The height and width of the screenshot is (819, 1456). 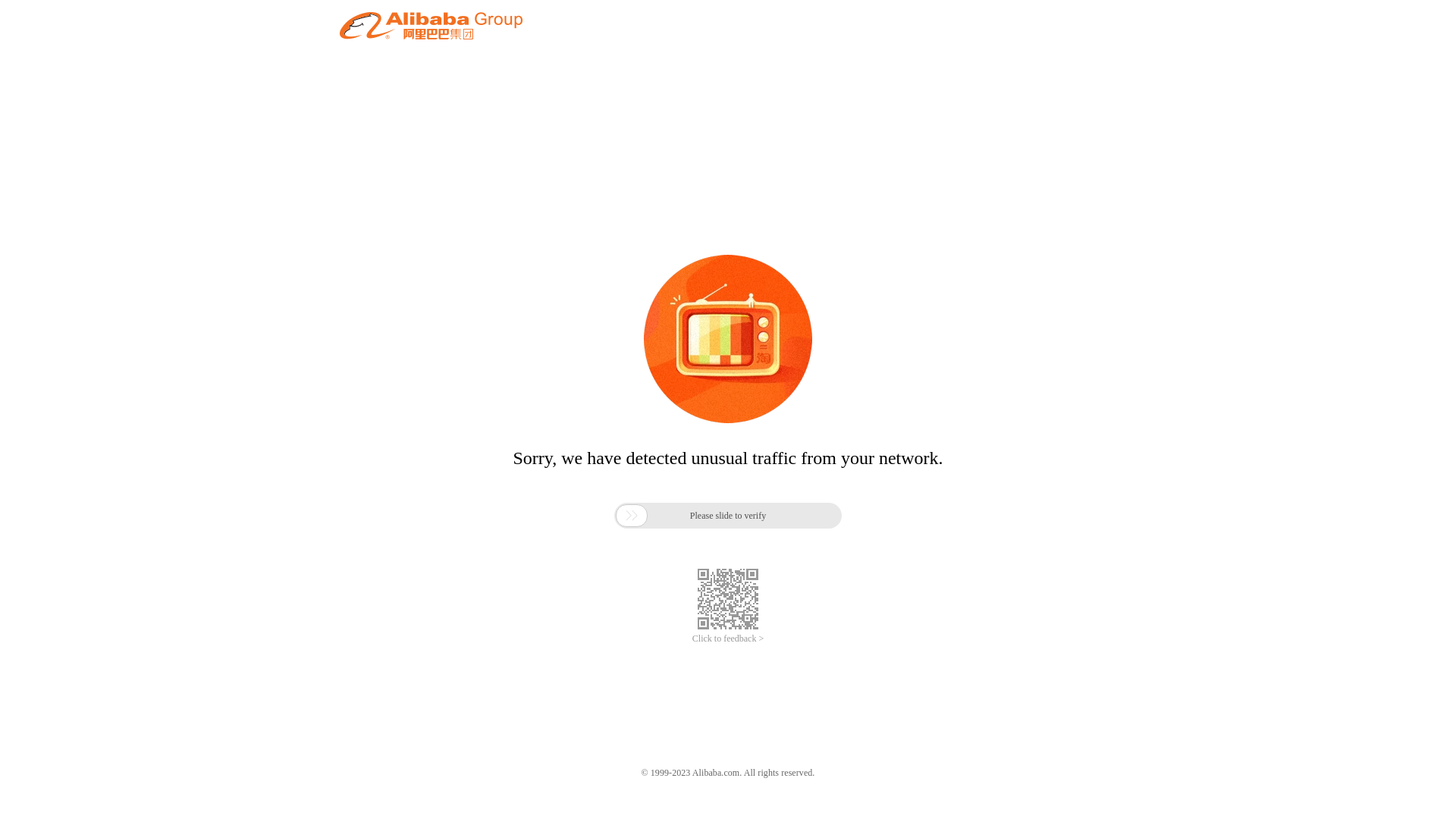 What do you see at coordinates (728, 639) in the screenshot?
I see `'Click to feedback >'` at bounding box center [728, 639].